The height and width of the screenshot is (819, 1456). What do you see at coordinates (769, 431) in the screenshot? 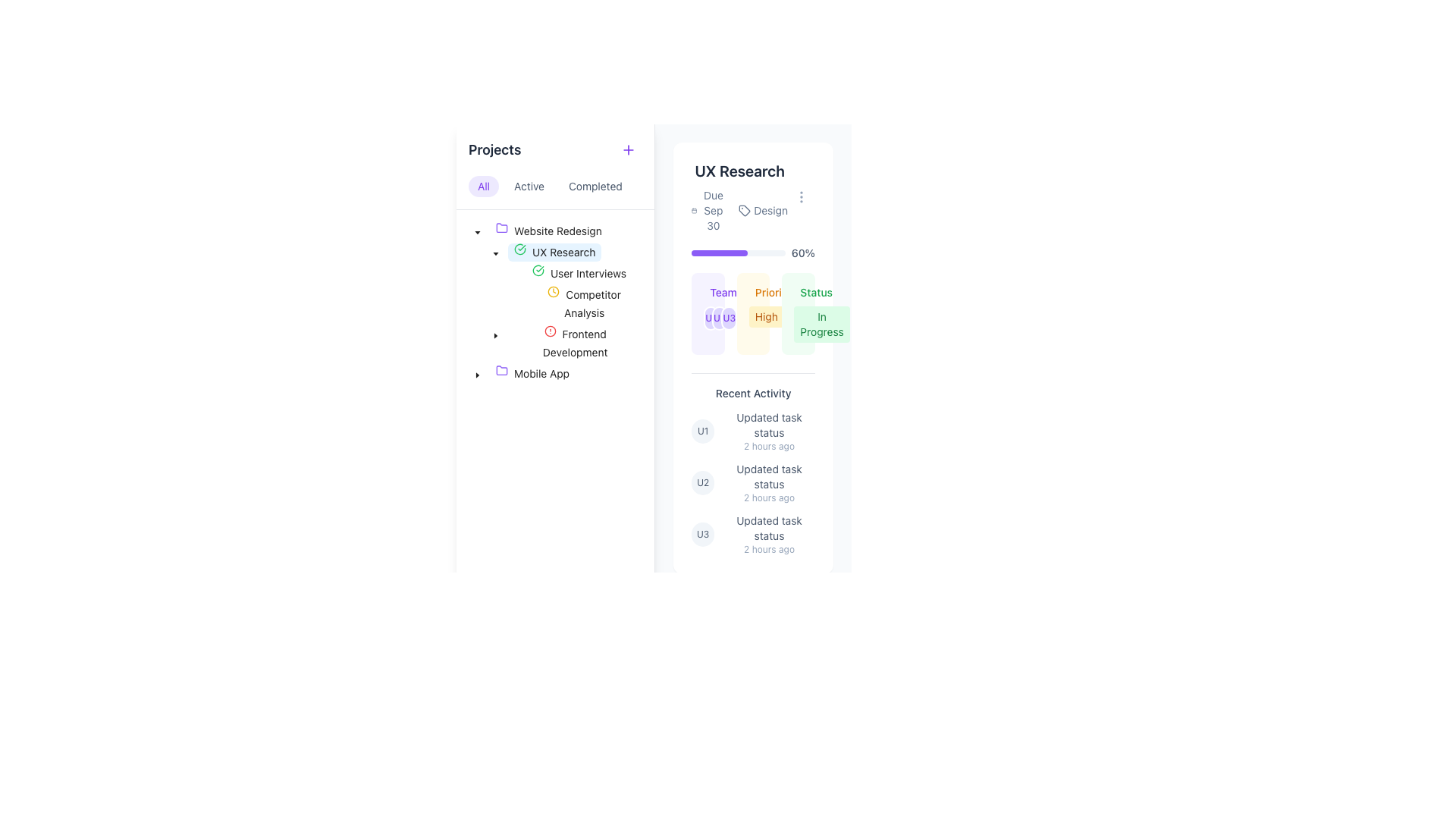
I see `the related details linked in the text block titled 'Updated task status' with timestamp '2 hours ago' located in the 'Recent Activity' section under the 'UX Research' project` at bounding box center [769, 431].